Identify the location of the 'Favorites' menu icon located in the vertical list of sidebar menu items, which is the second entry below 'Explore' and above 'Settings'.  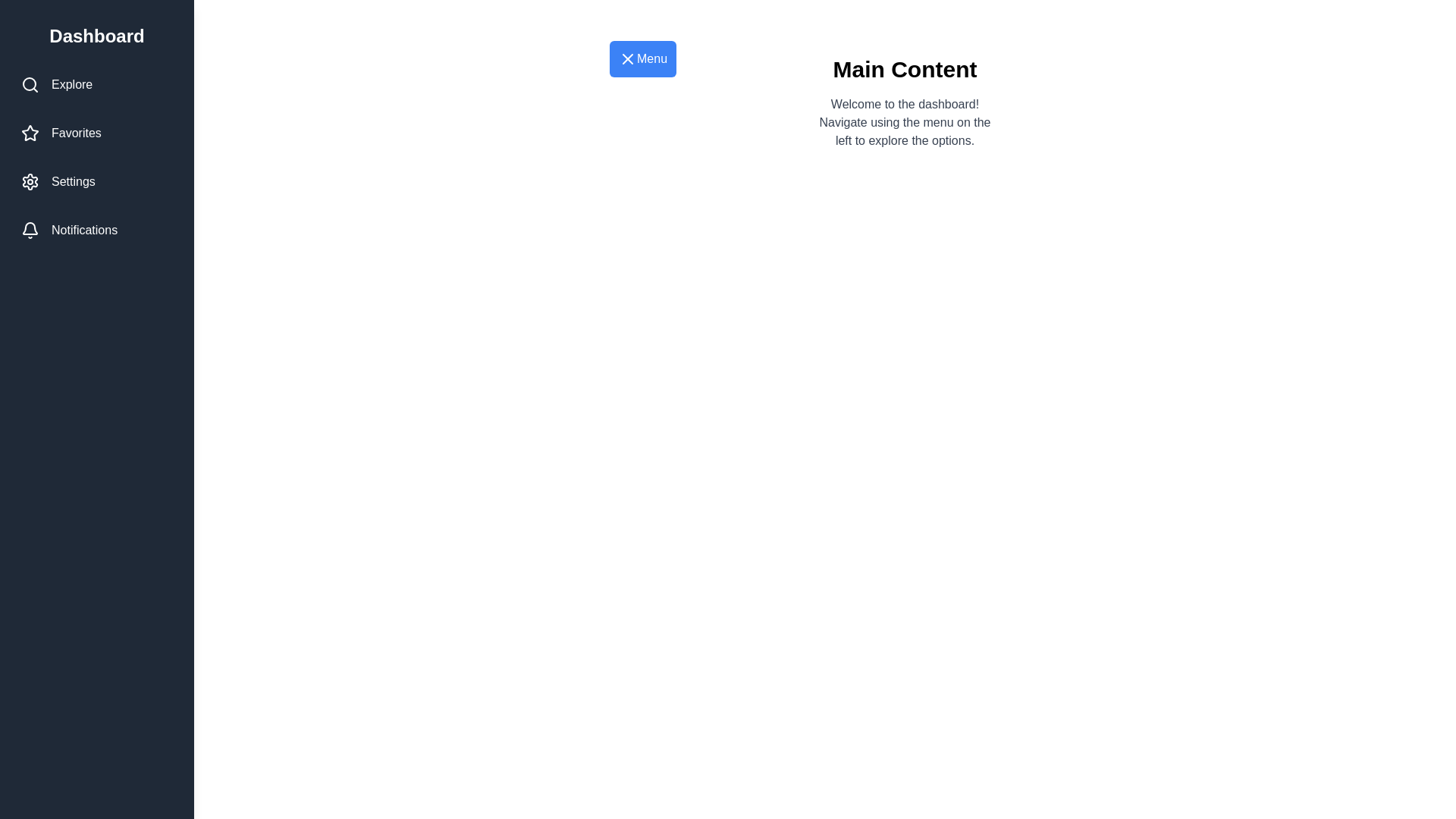
(30, 132).